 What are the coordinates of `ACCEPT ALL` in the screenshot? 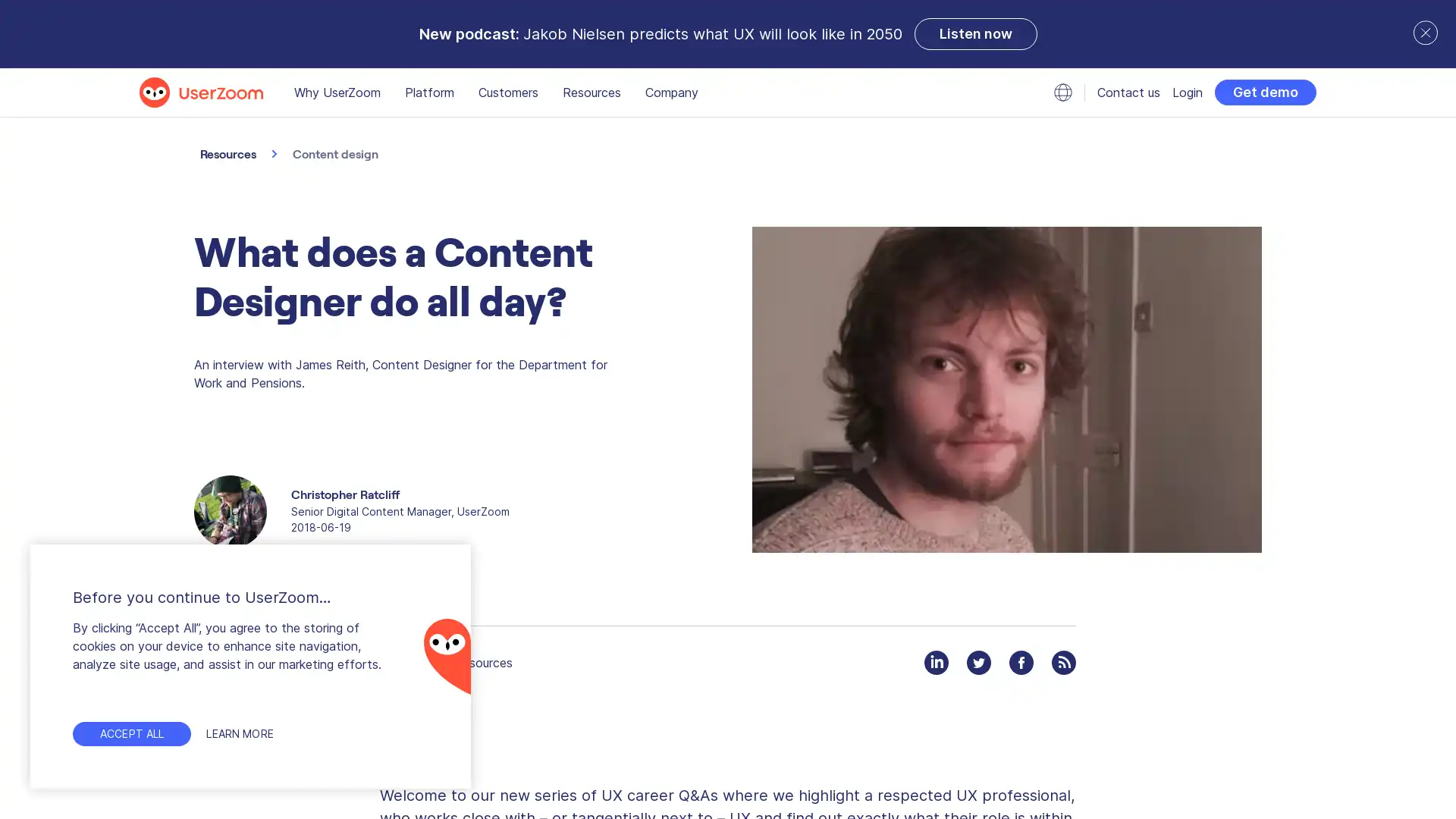 It's located at (131, 733).